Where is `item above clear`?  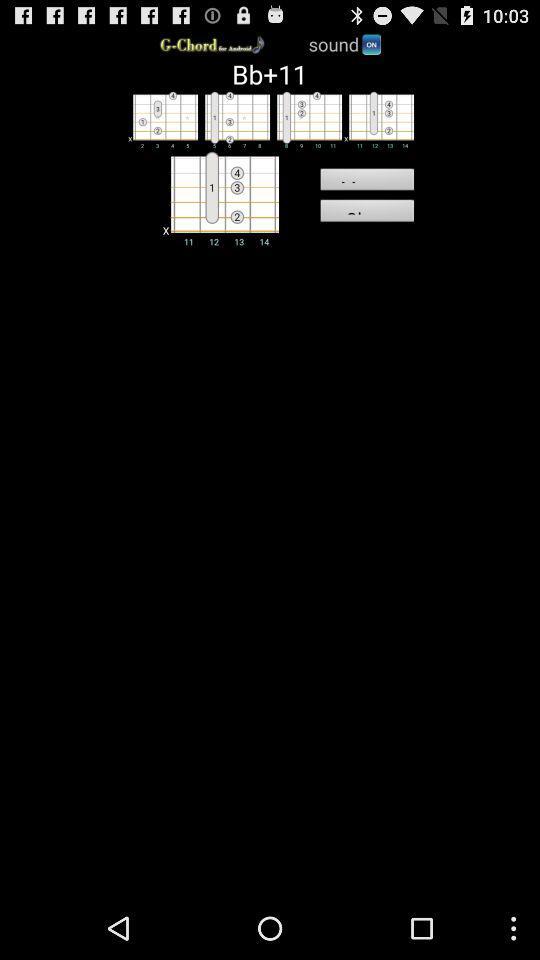 item above clear is located at coordinates (366, 182).